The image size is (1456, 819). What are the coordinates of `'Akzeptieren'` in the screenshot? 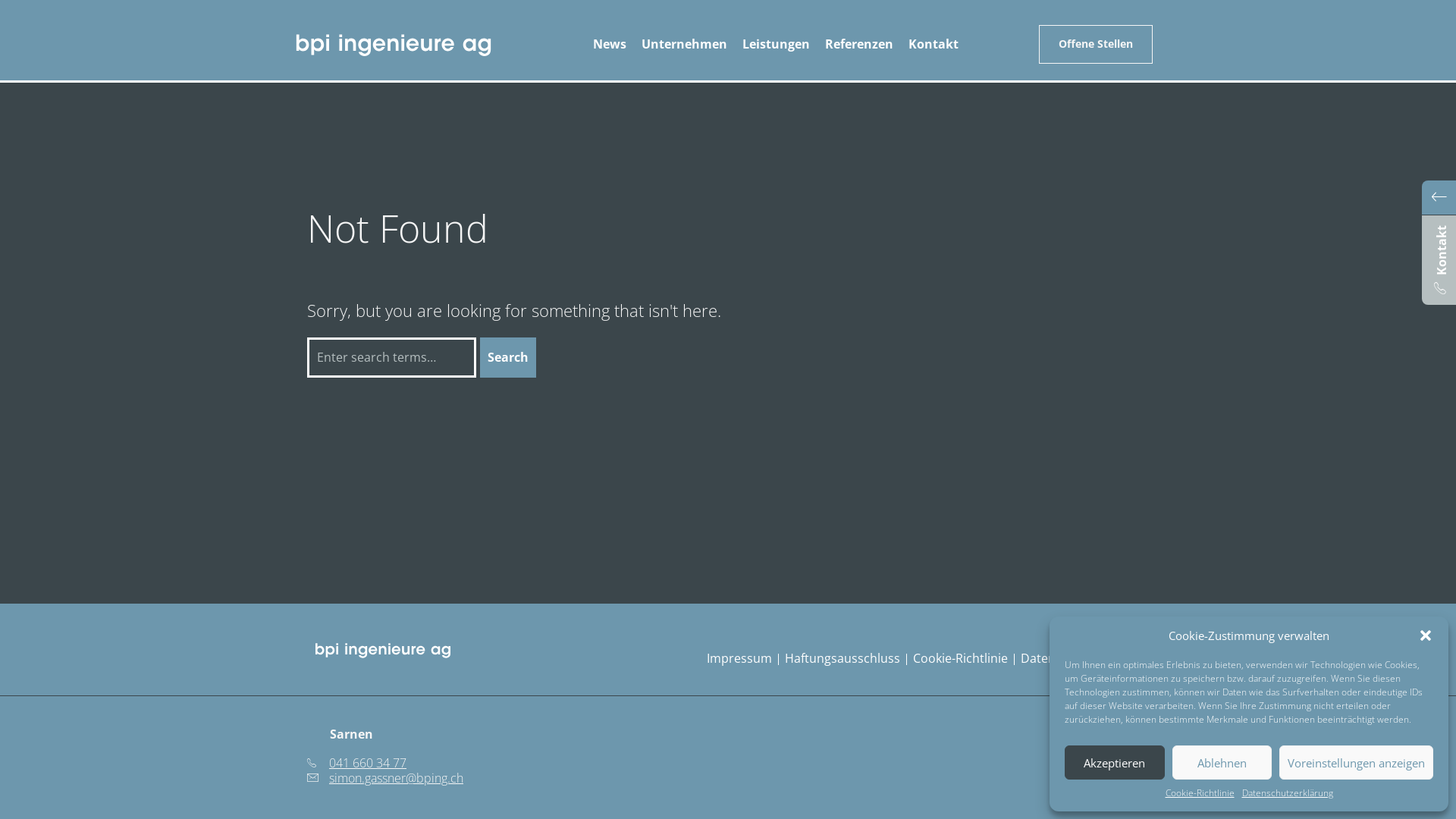 It's located at (1114, 762).